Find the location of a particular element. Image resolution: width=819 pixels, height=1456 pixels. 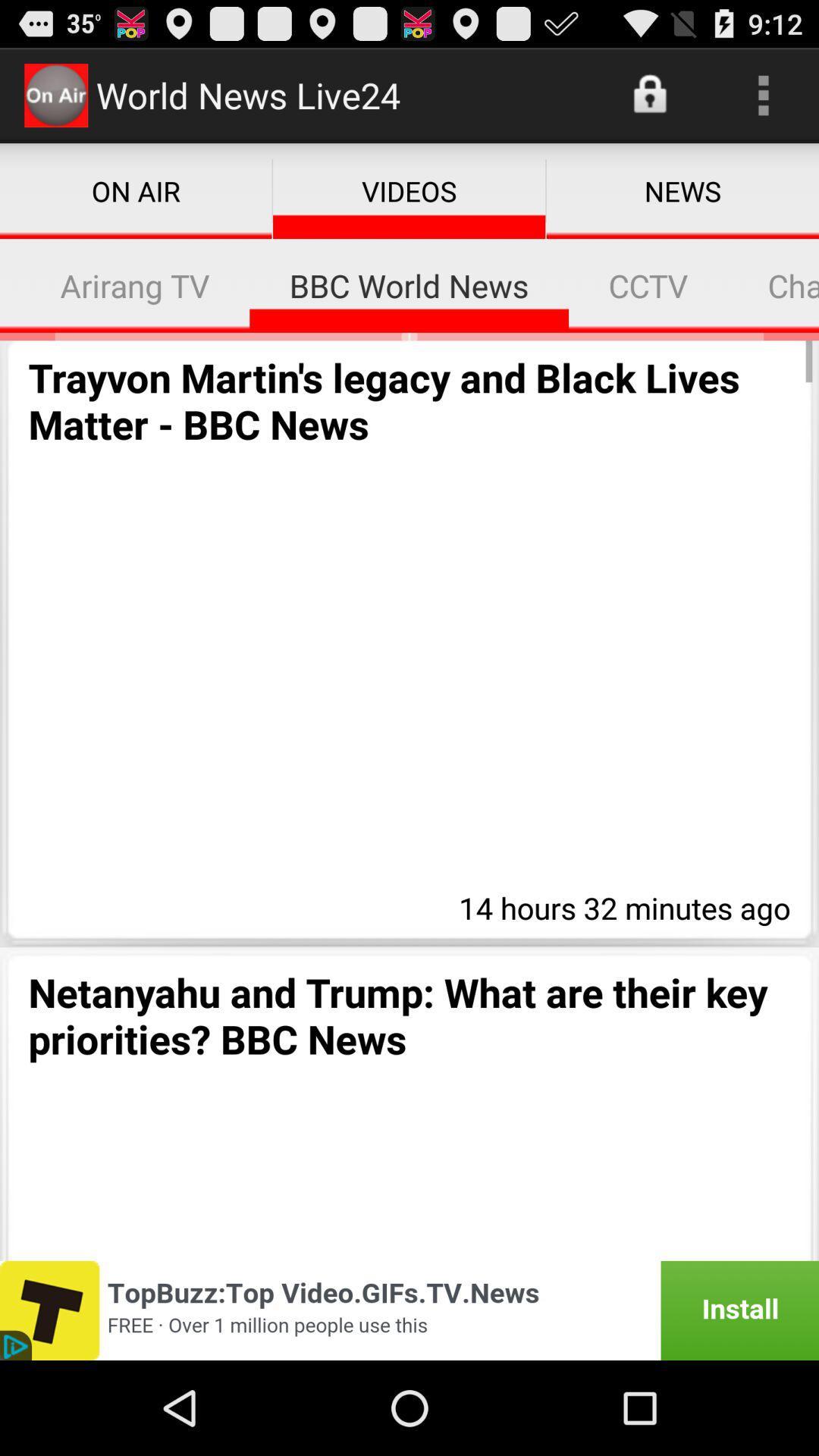

the icon next to the world news live24 item is located at coordinates (651, 94).